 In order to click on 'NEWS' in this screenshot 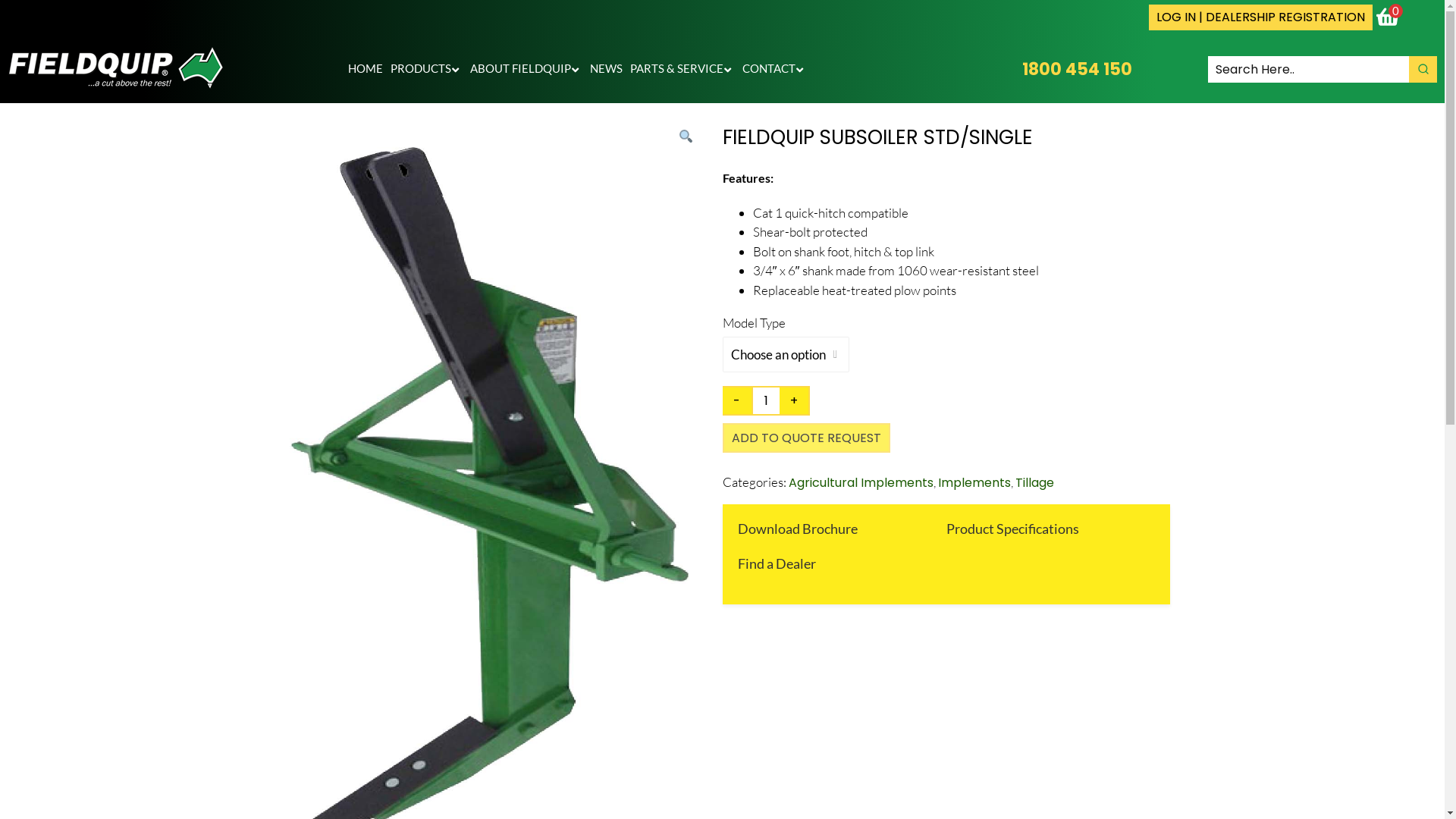, I will do `click(605, 69)`.